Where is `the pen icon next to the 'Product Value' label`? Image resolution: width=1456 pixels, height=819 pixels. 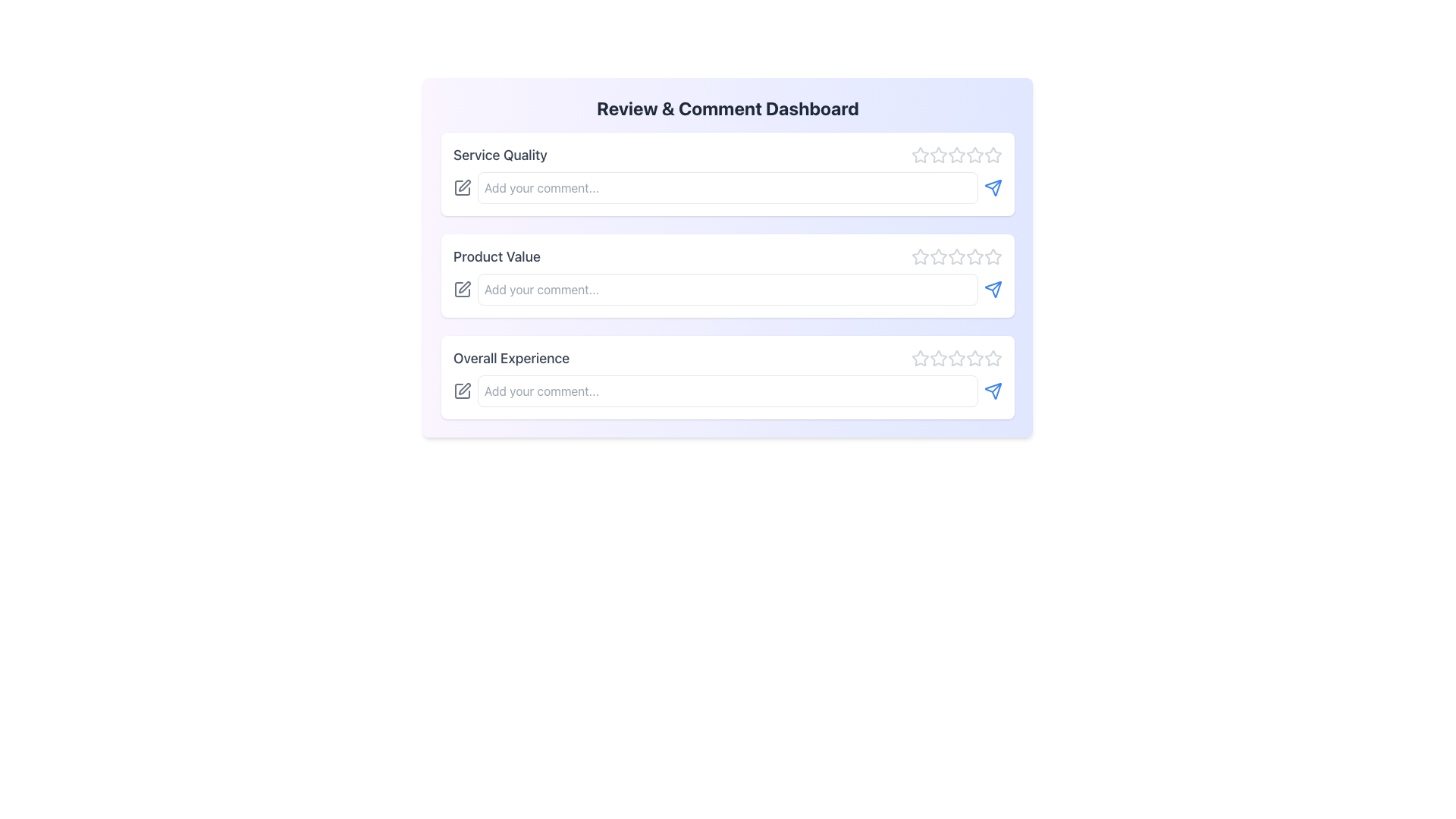 the pen icon next to the 'Product Value' label is located at coordinates (464, 287).